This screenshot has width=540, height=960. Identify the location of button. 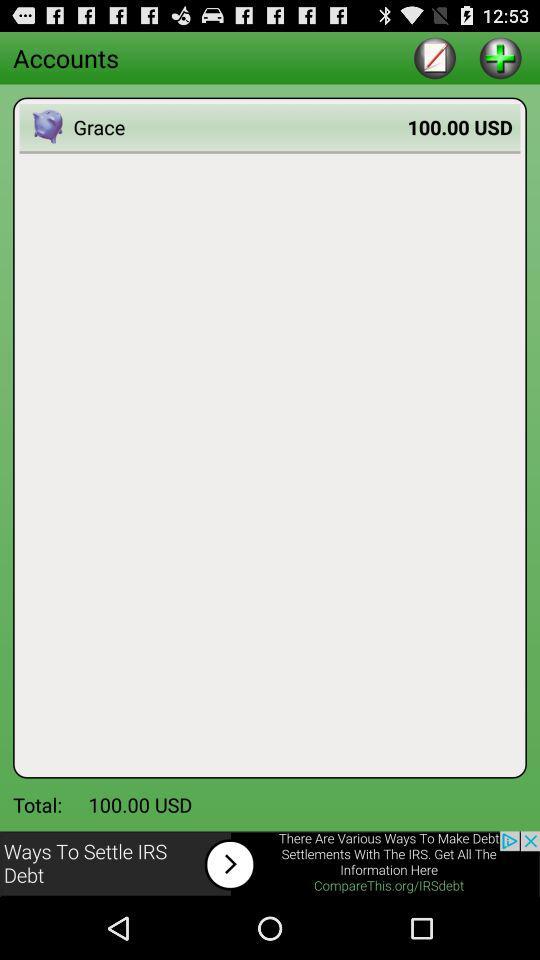
(499, 56).